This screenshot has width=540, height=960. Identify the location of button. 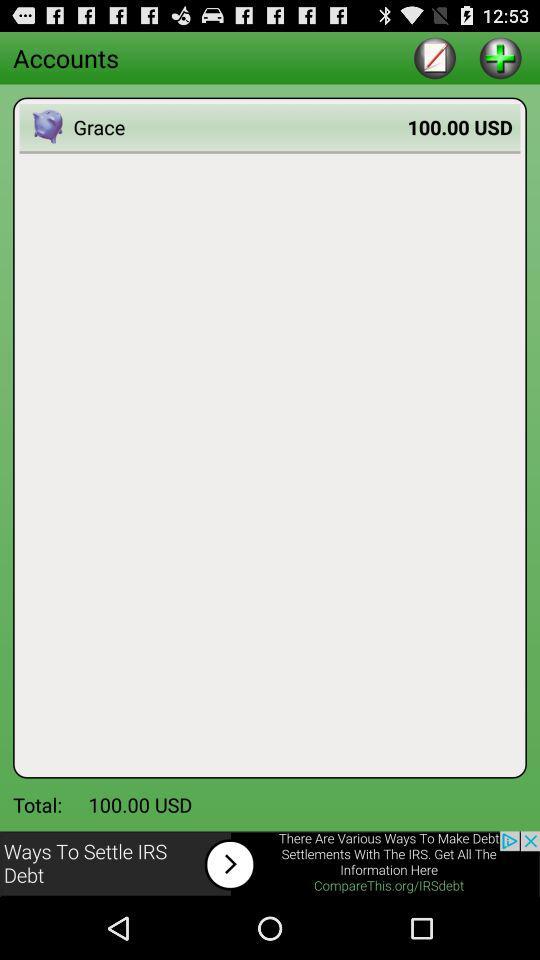
(499, 56).